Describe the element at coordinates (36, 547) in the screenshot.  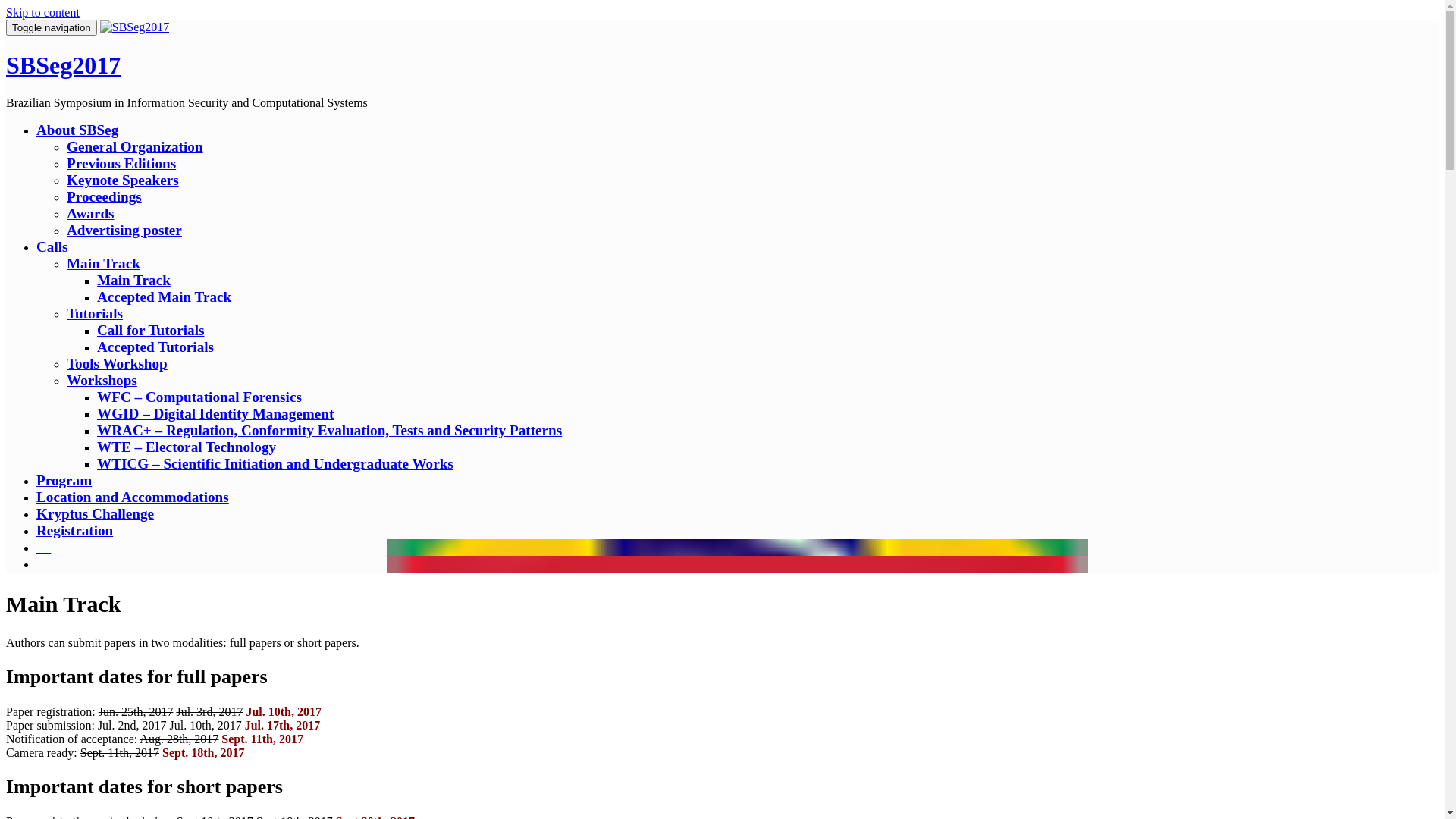
I see `'    '` at that location.